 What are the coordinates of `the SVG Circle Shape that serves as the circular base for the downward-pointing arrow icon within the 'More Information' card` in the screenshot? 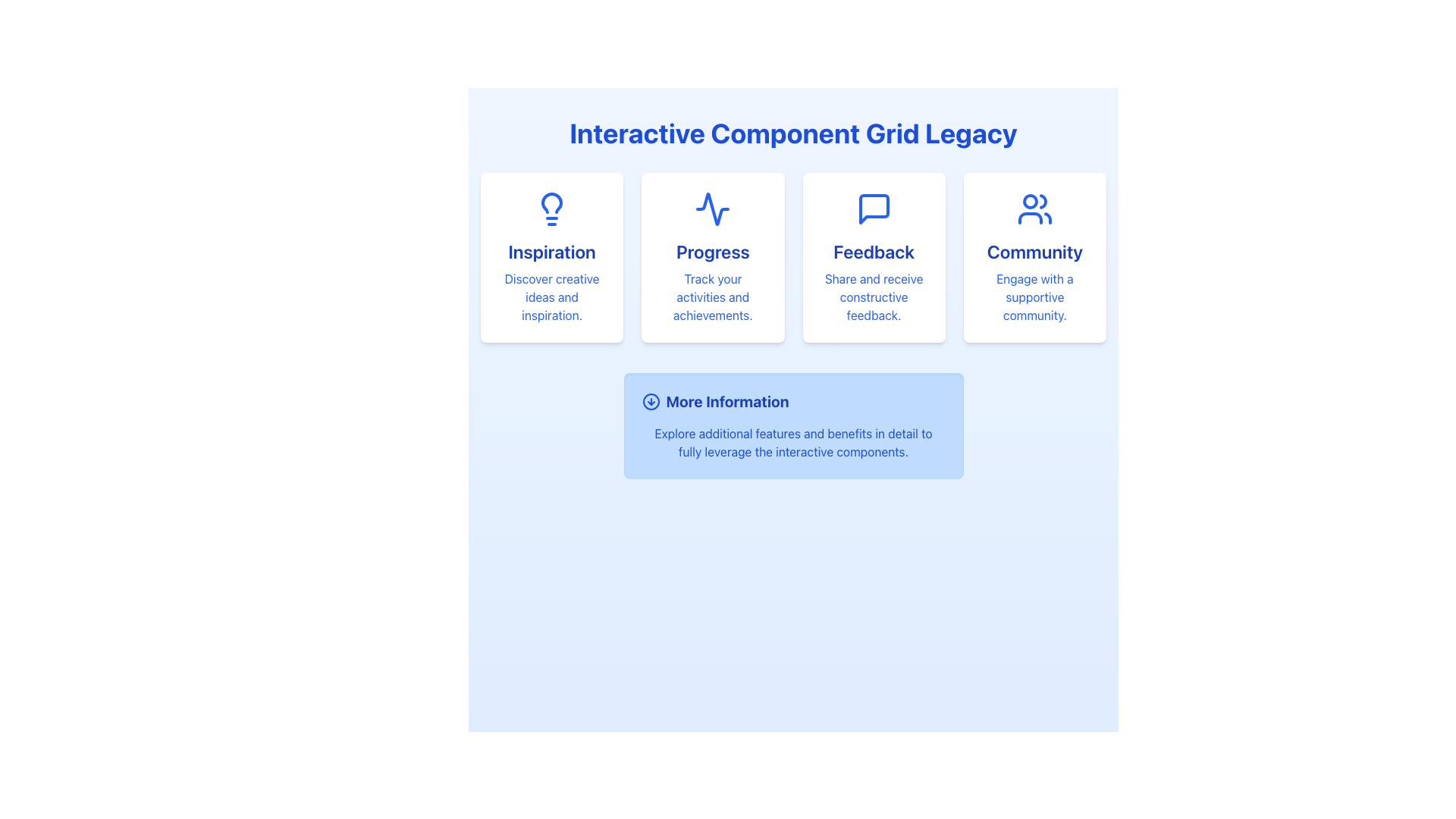 It's located at (651, 400).